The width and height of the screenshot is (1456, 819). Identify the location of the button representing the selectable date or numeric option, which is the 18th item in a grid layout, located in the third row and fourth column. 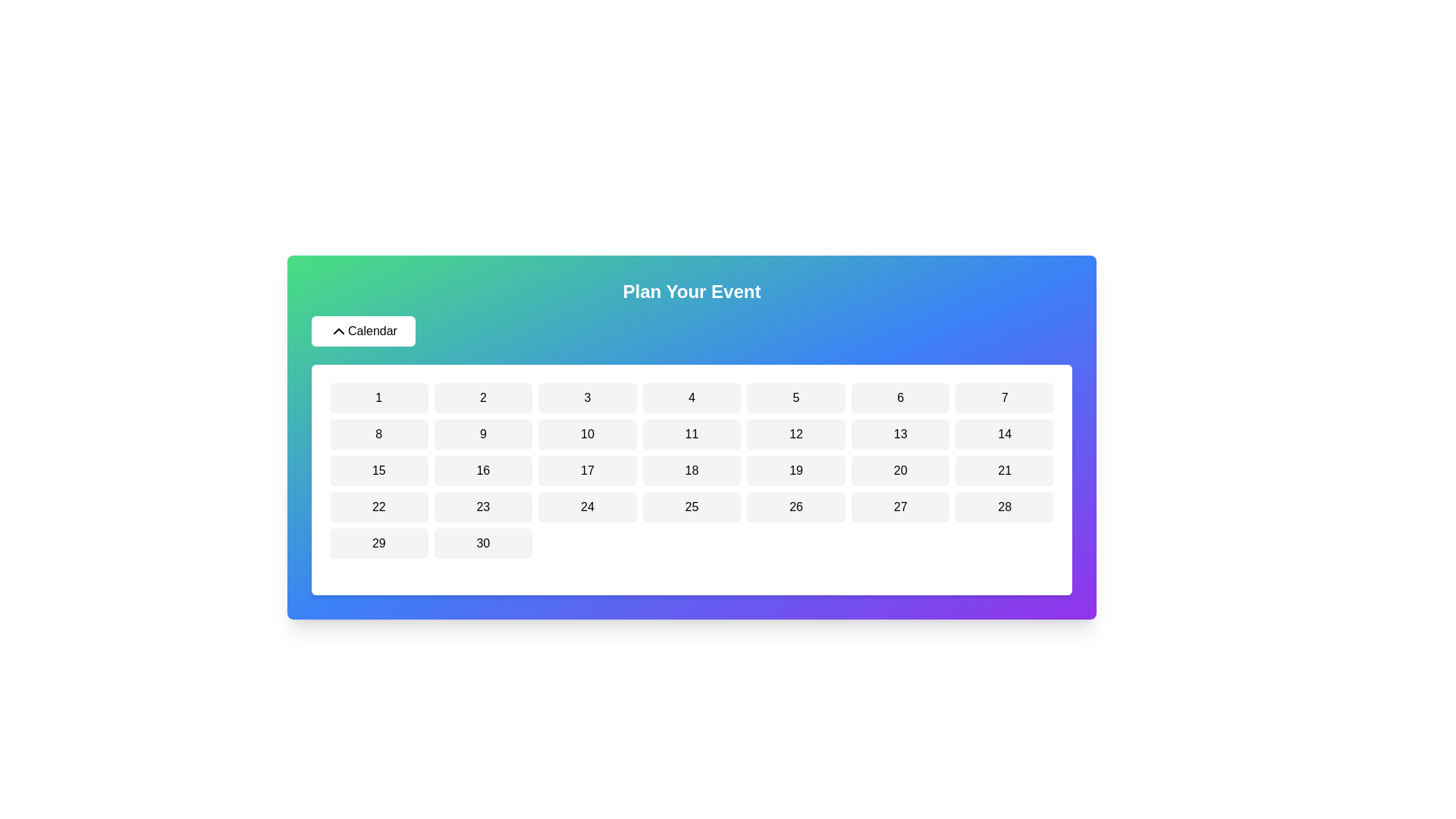
(691, 470).